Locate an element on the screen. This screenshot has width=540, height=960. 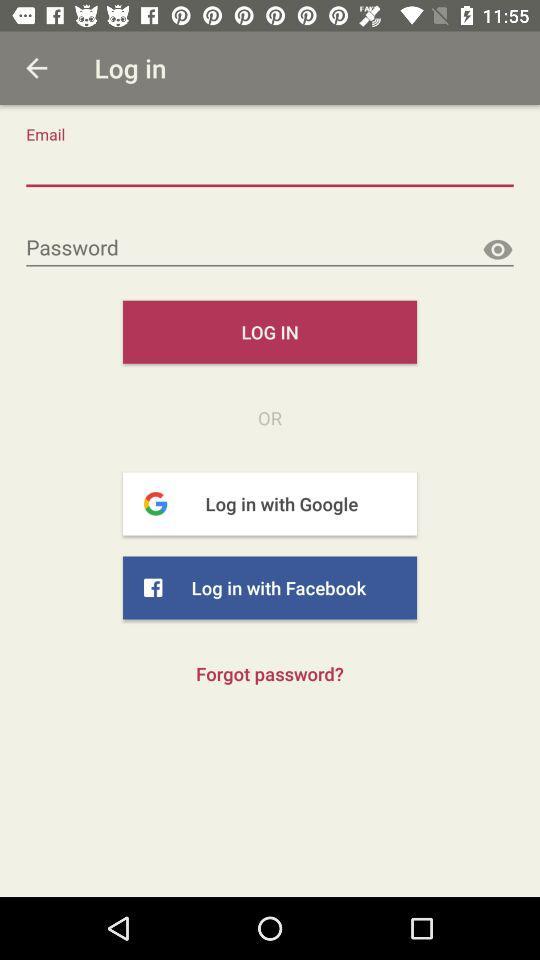
the mailbox is located at coordinates (270, 167).